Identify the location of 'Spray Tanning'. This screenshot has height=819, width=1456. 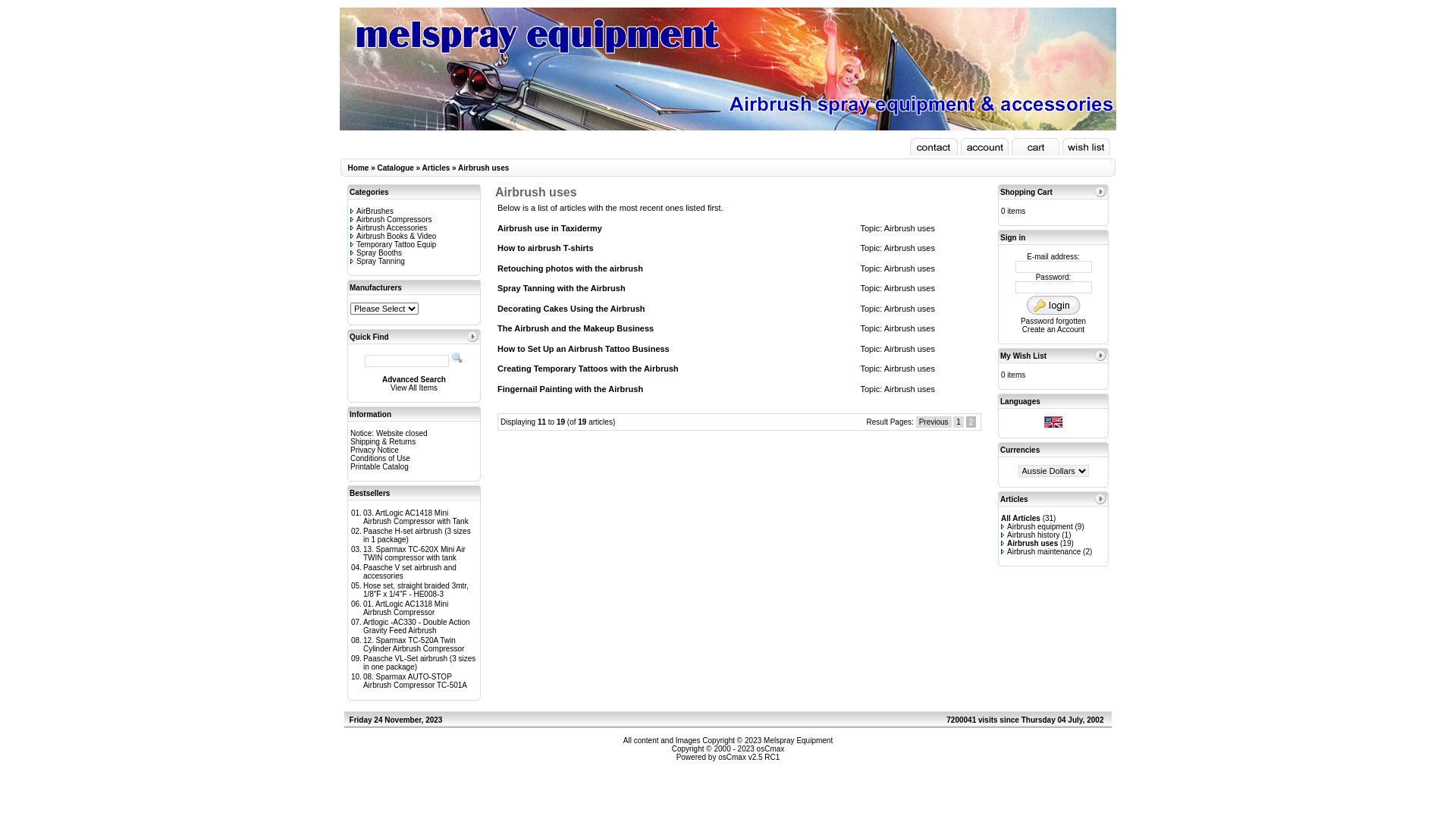
(349, 260).